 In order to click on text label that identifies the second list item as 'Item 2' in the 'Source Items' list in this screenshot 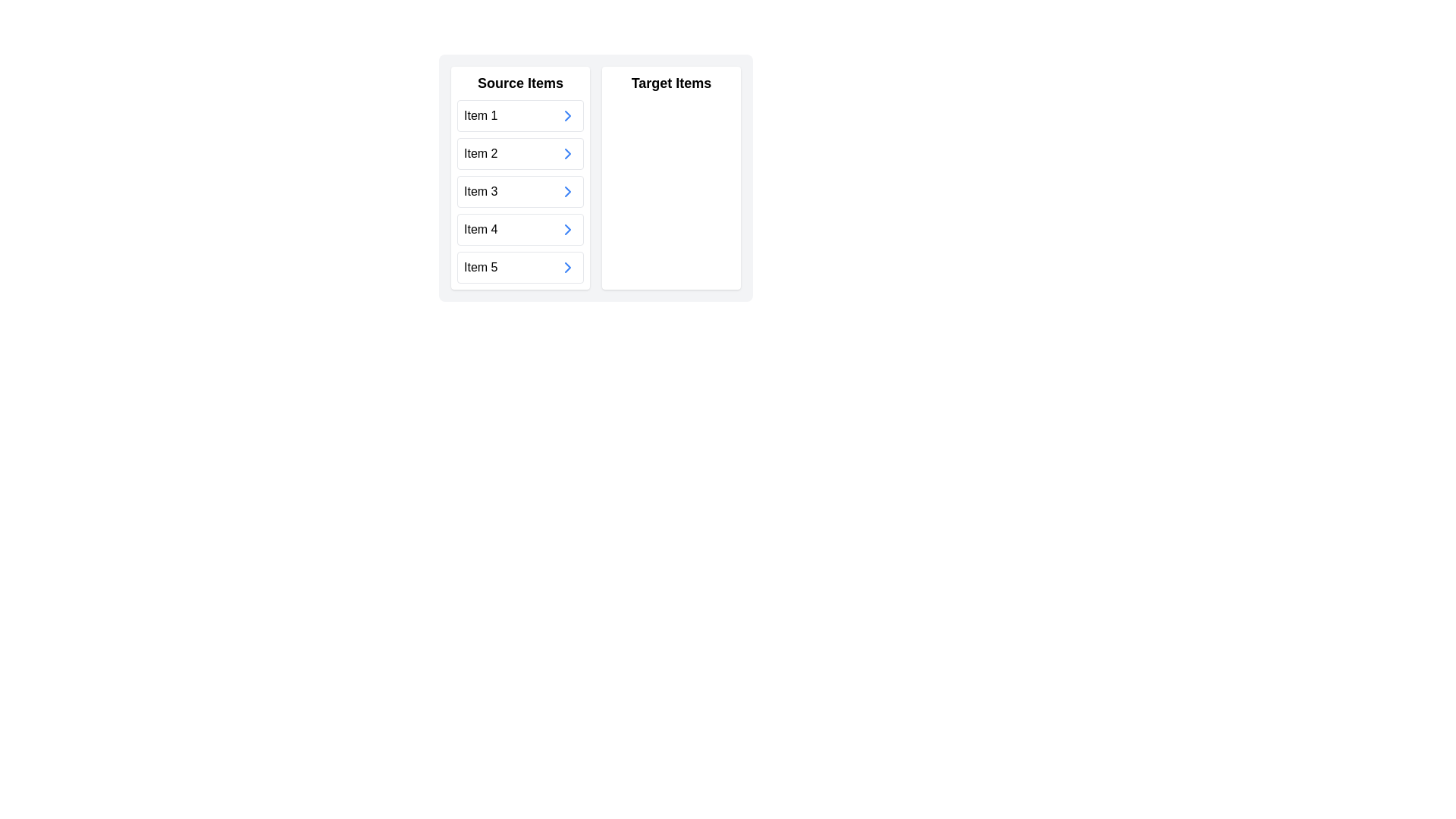, I will do `click(480, 154)`.